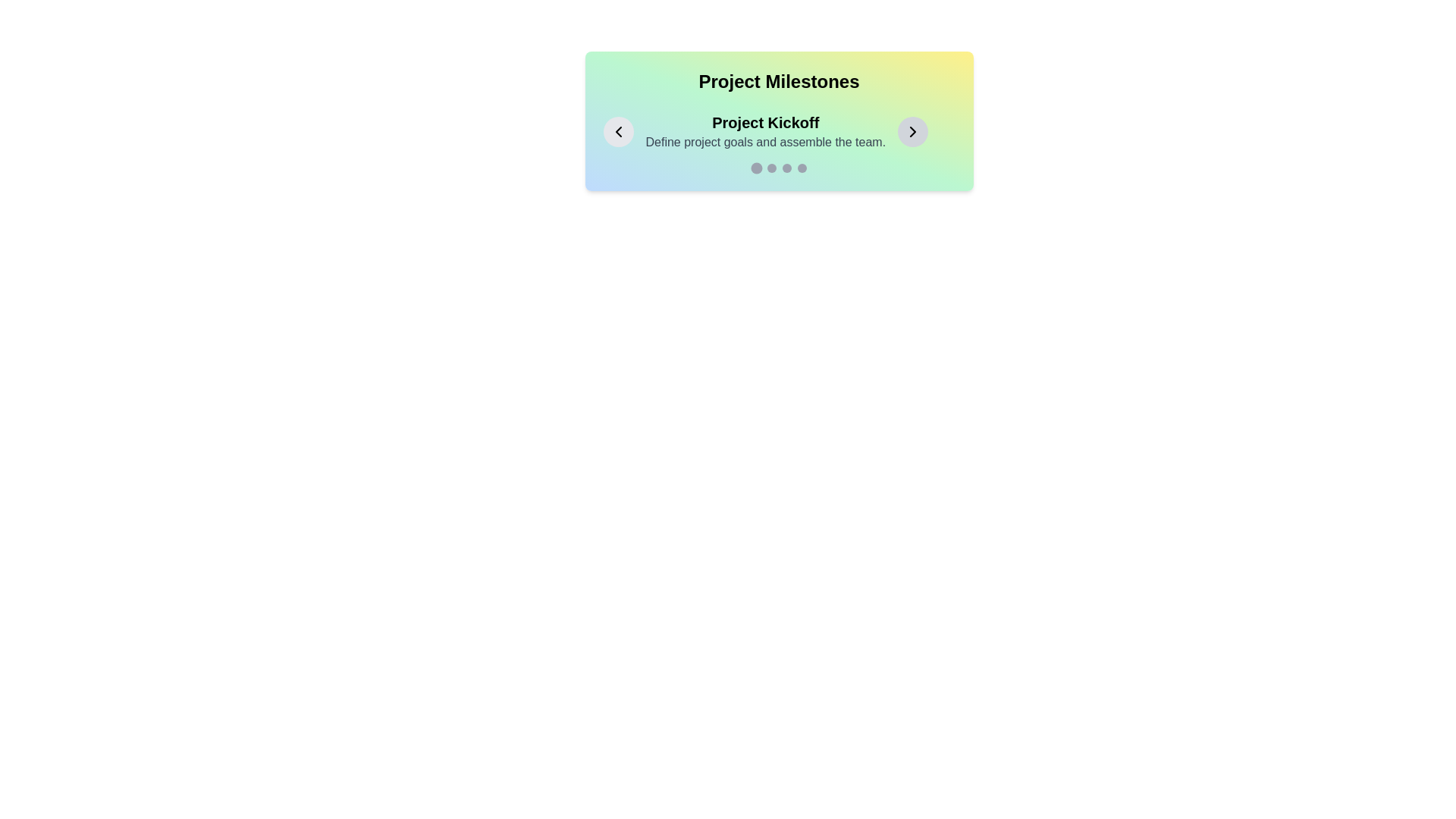  Describe the element at coordinates (618, 130) in the screenshot. I see `the left-pointing chevron icon which is part of the navigation interface in the 'Project Milestones' card` at that location.